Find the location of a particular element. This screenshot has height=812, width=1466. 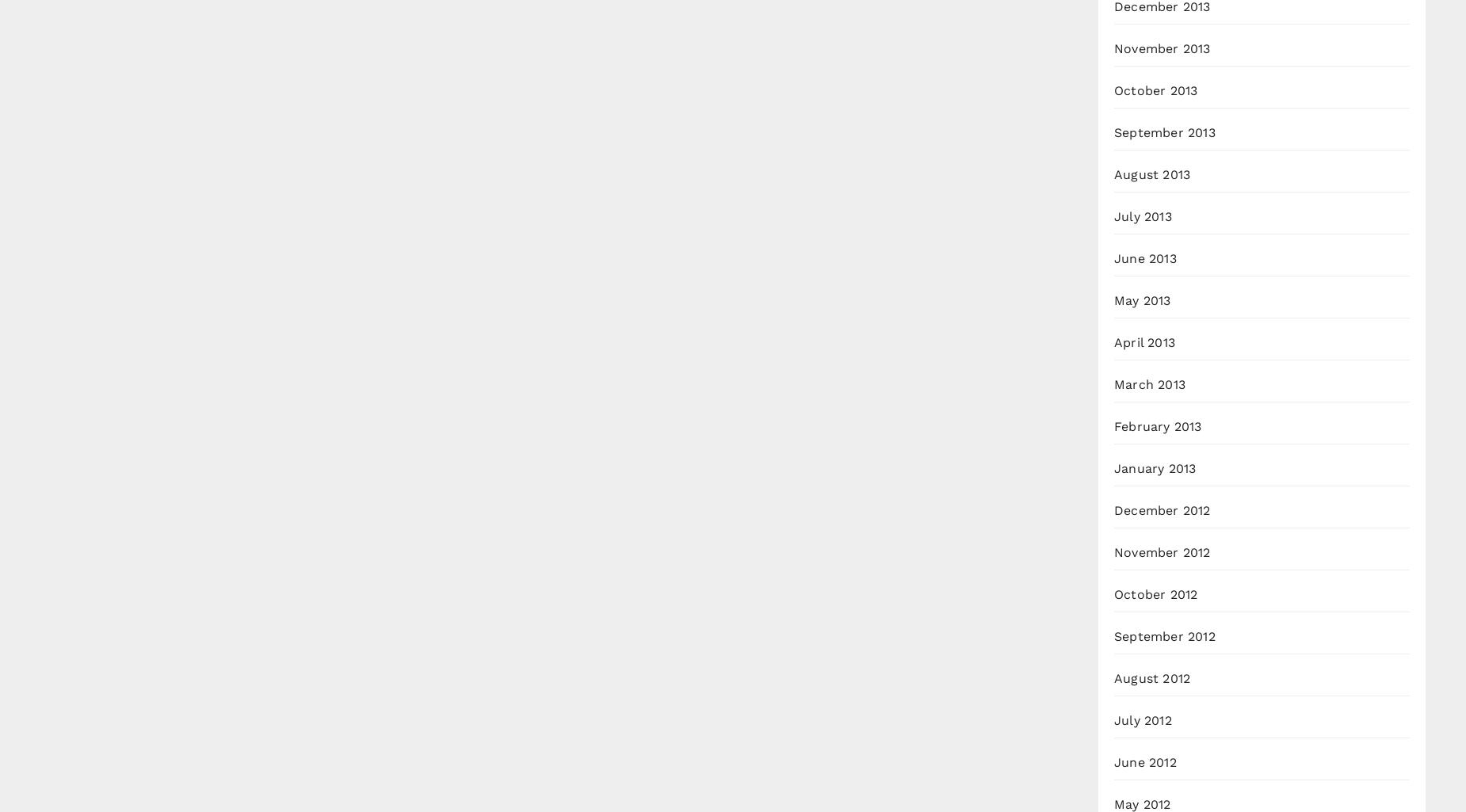

'June 2013' is located at coordinates (1145, 258).